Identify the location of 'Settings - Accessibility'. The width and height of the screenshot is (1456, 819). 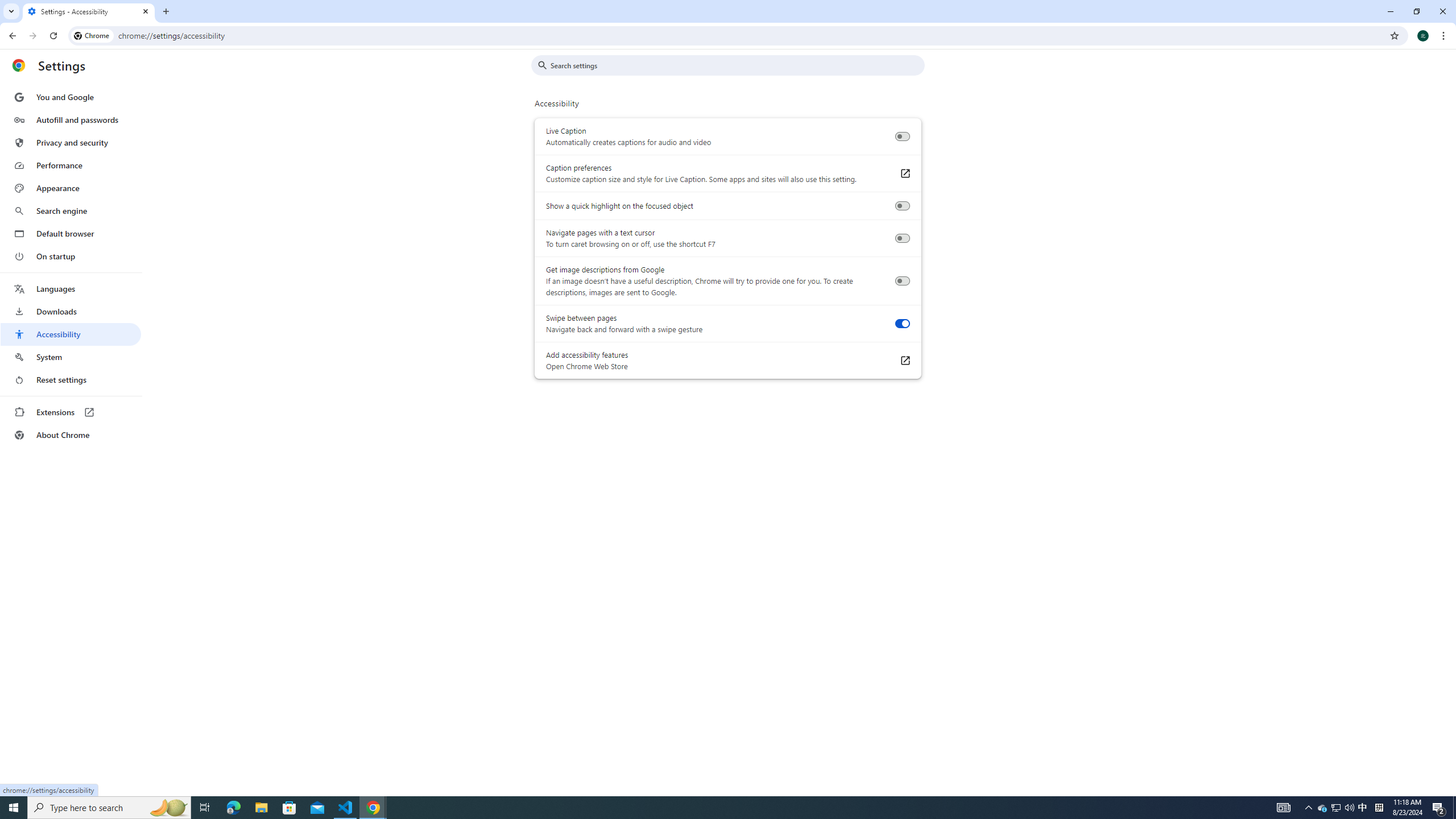
(88, 11).